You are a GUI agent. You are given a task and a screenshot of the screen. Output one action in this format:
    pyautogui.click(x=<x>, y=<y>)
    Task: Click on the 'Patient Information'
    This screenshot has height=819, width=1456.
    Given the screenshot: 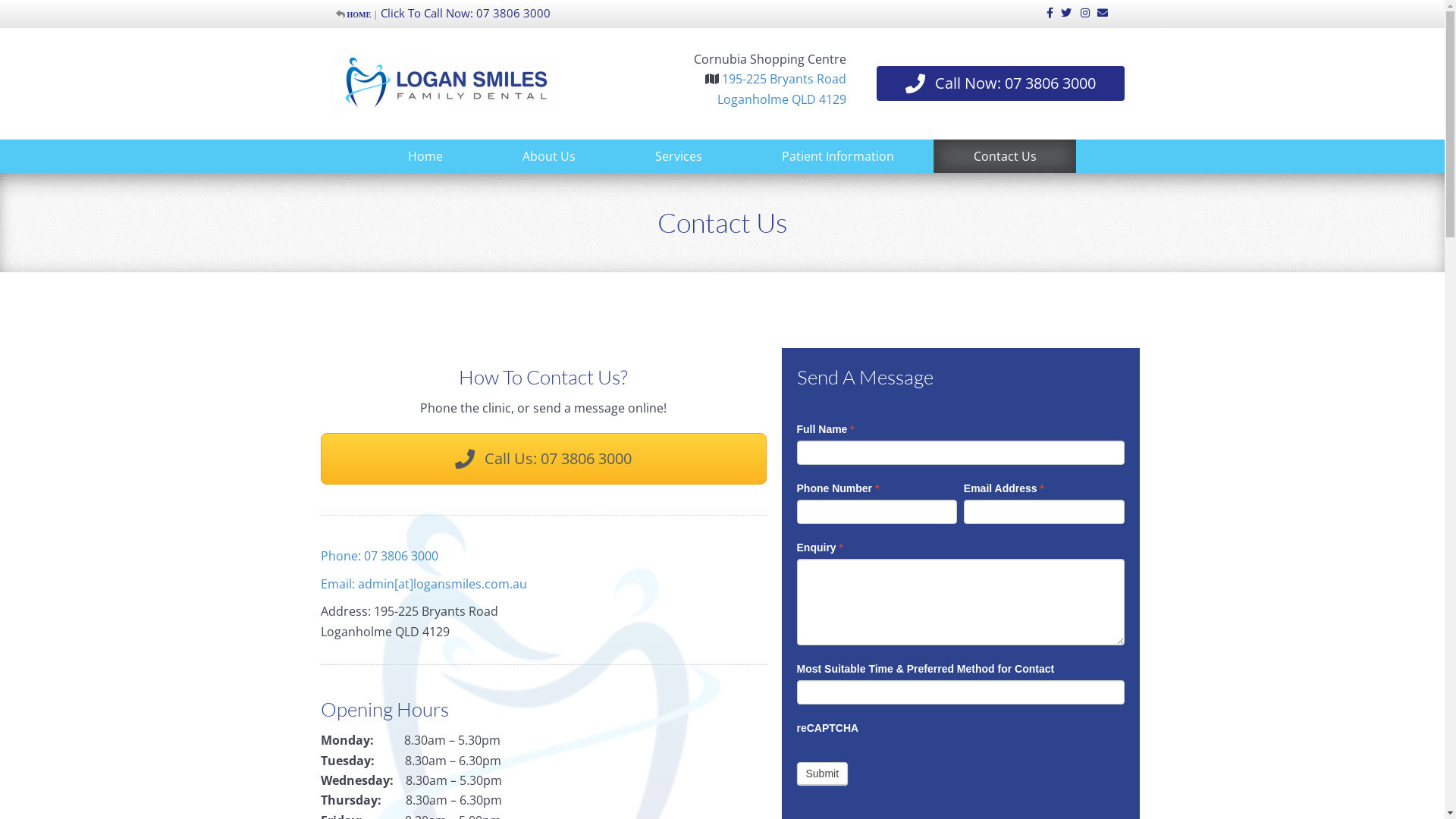 What is the action you would take?
    pyautogui.click(x=771, y=155)
    